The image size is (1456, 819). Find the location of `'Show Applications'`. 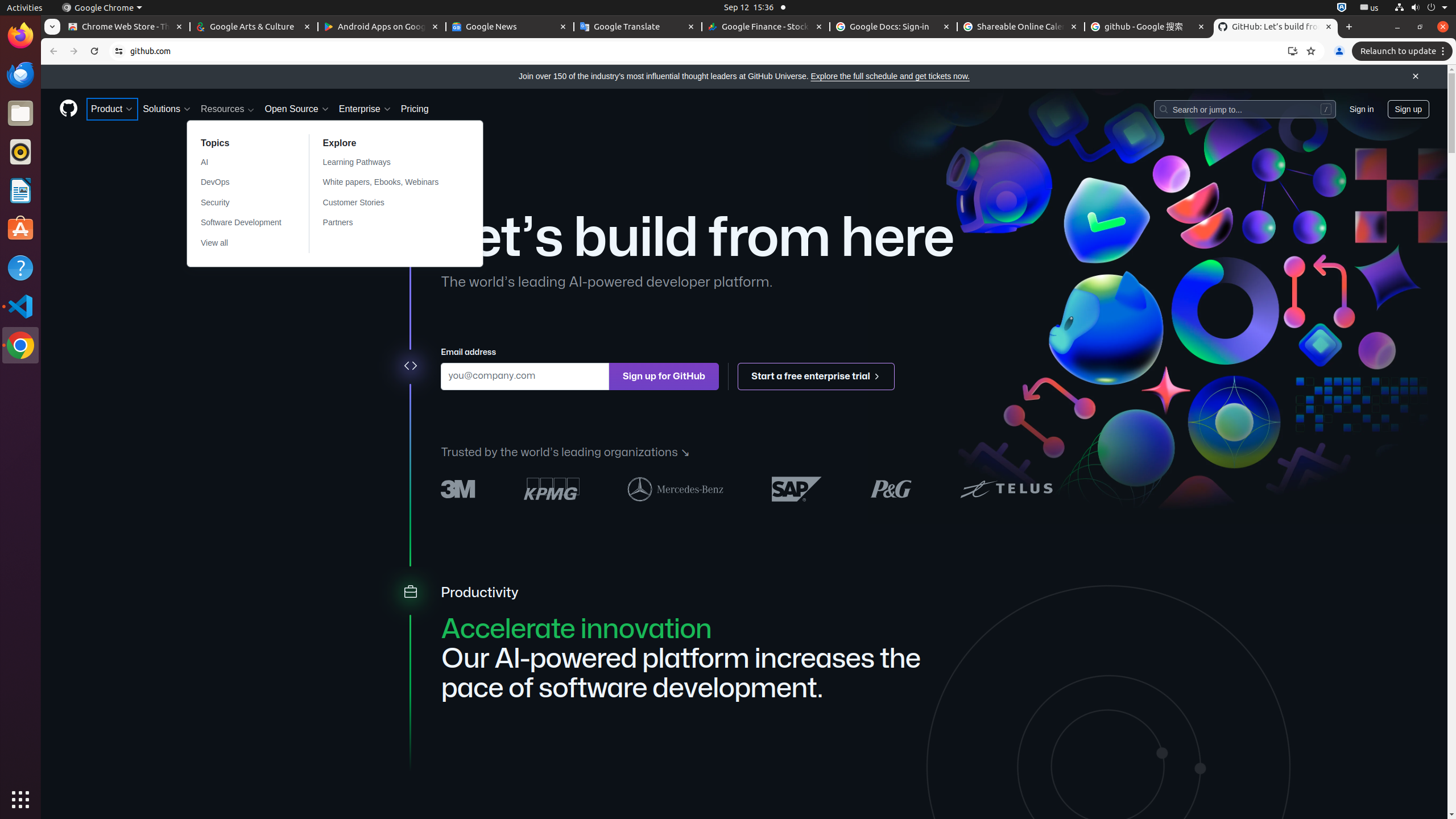

'Show Applications' is located at coordinates (20, 799).